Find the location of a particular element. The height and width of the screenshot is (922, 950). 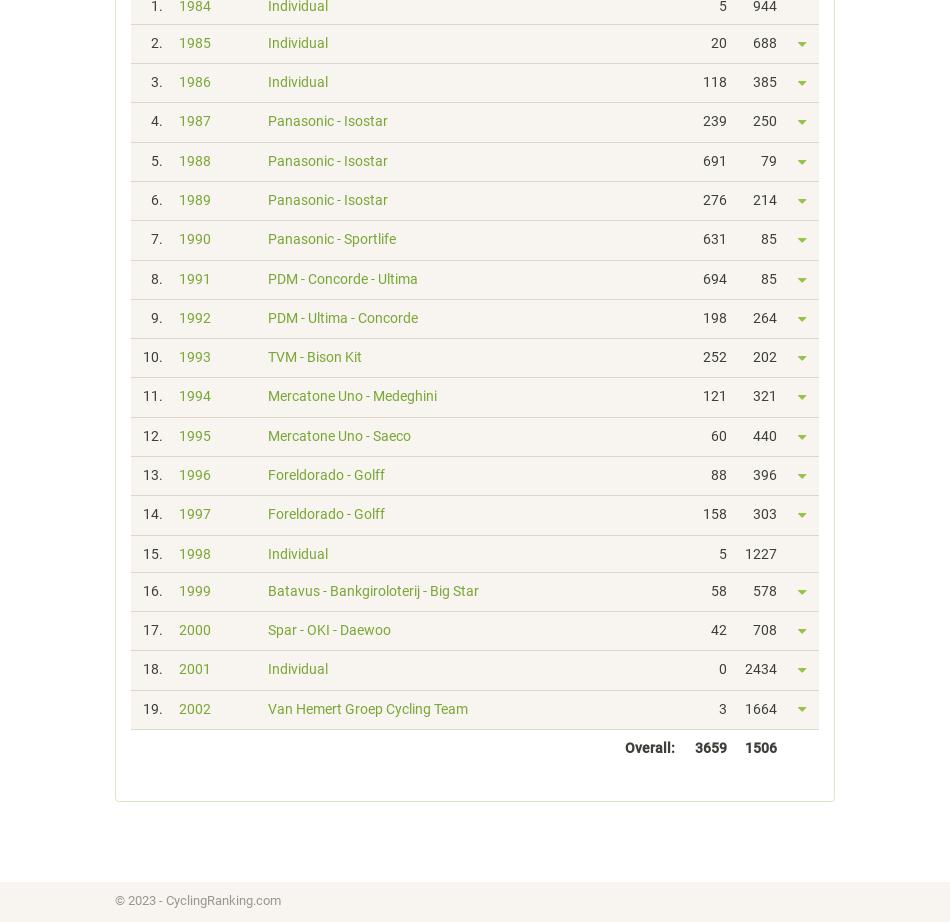

'2002' is located at coordinates (178, 707).